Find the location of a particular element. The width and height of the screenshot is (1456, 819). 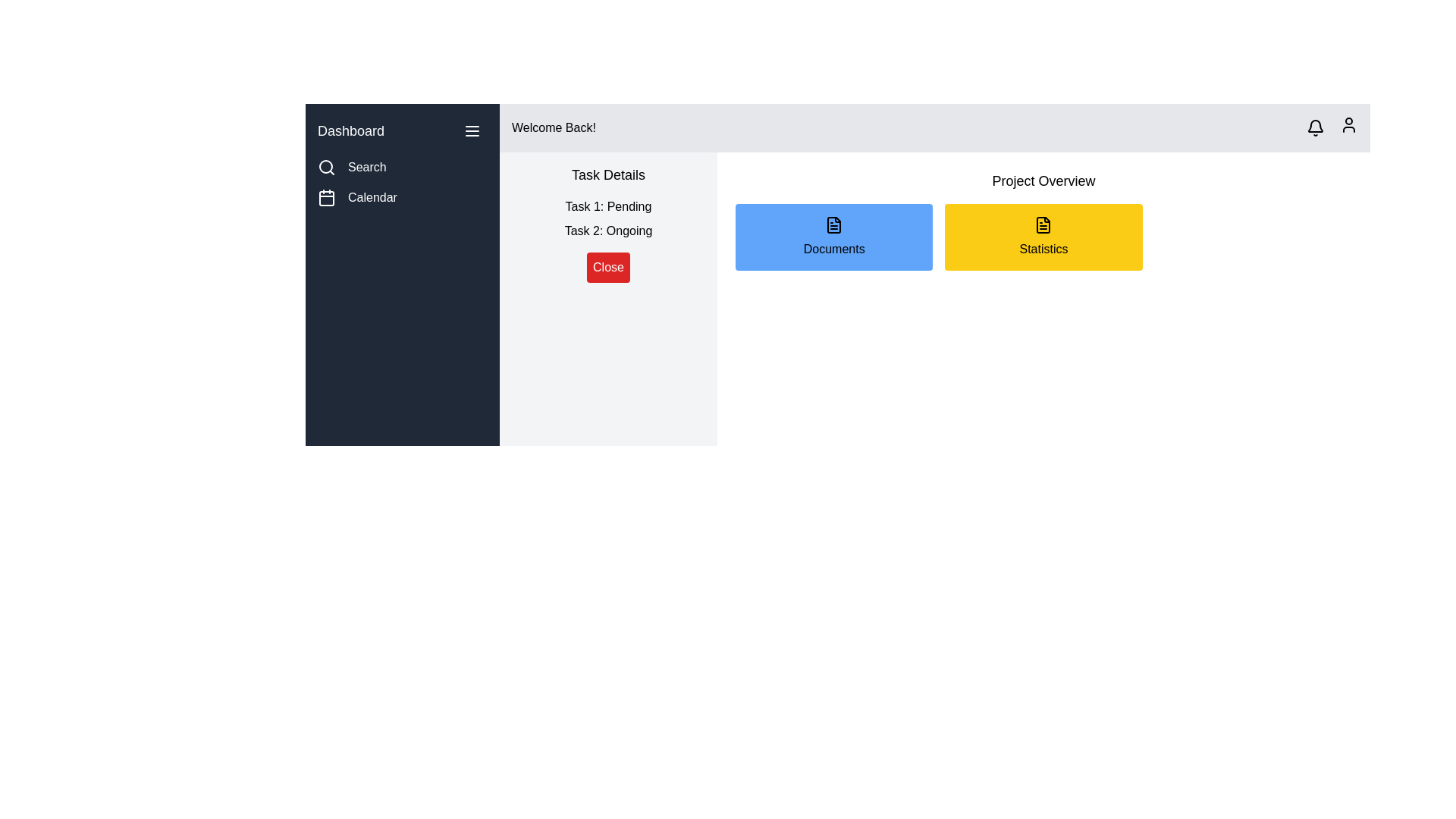

the notification button with an SVG icon located at the top-right corner of the user interface is located at coordinates (1314, 127).